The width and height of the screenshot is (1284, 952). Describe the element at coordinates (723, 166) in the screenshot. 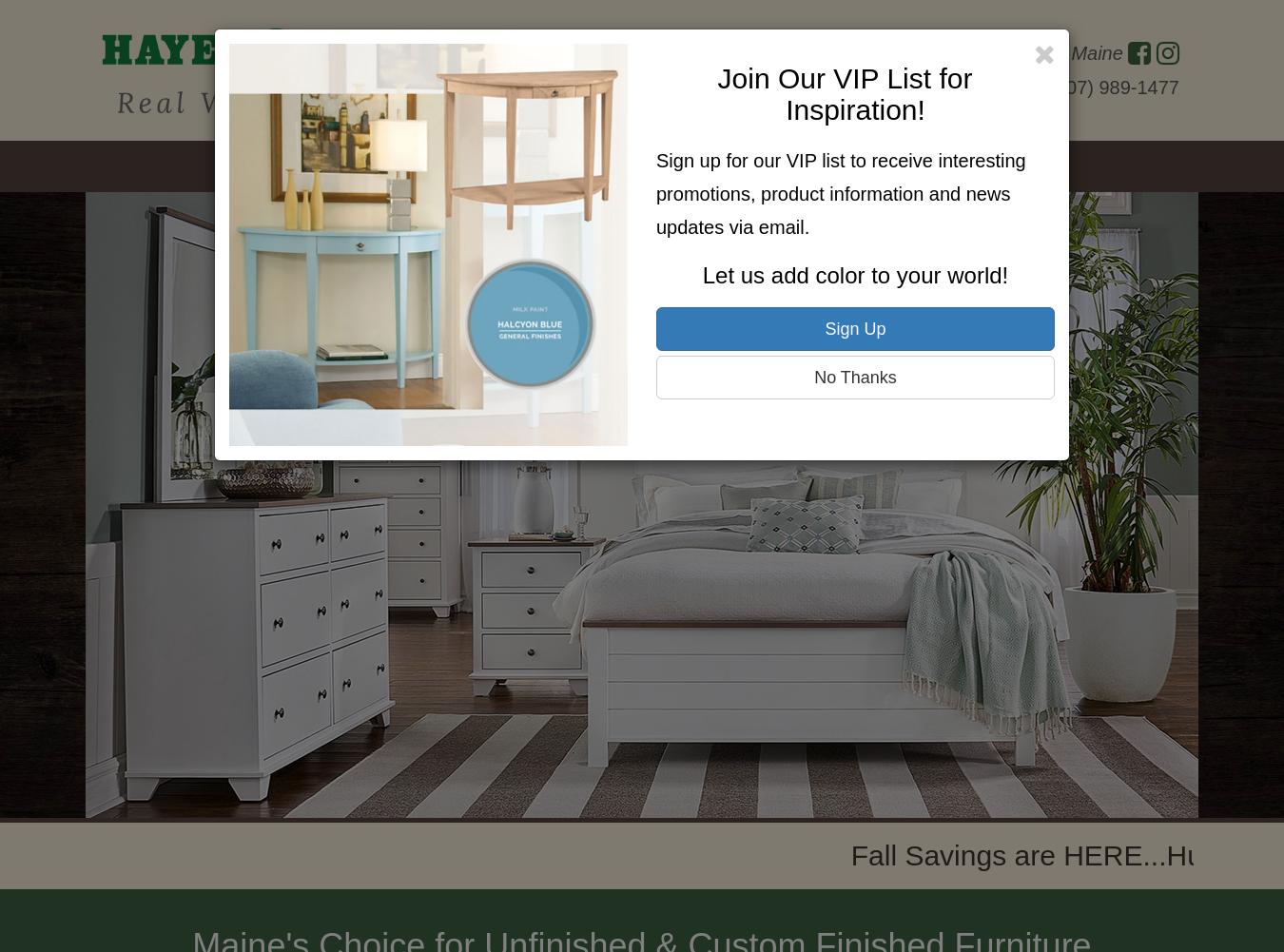

I see `'Creative Finishes'` at that location.